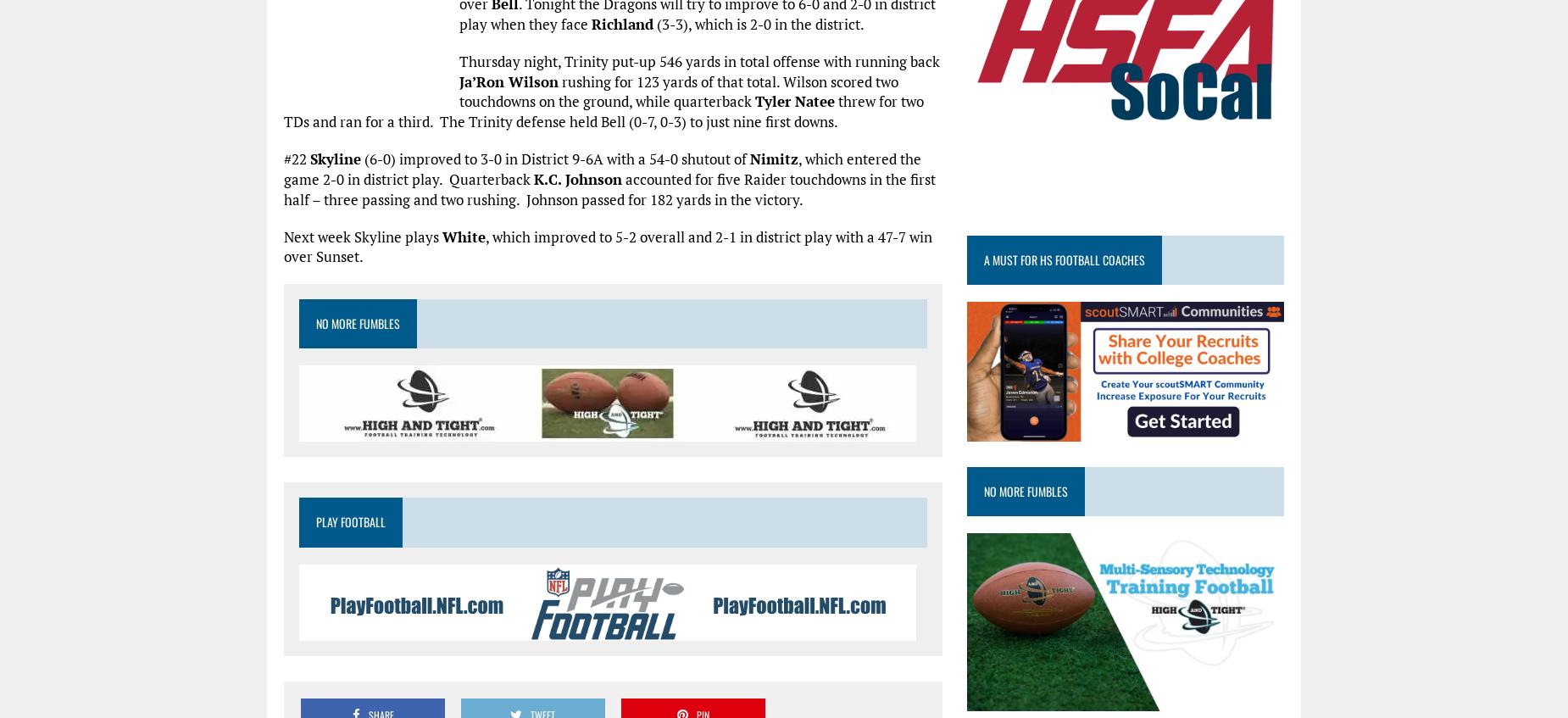 The image size is (1568, 718). What do you see at coordinates (603, 110) in the screenshot?
I see `'threw for two TDs and ran for a third.  The Trinity defense held Bell (0-7, 0-3) to just nine first downs.'` at bounding box center [603, 110].